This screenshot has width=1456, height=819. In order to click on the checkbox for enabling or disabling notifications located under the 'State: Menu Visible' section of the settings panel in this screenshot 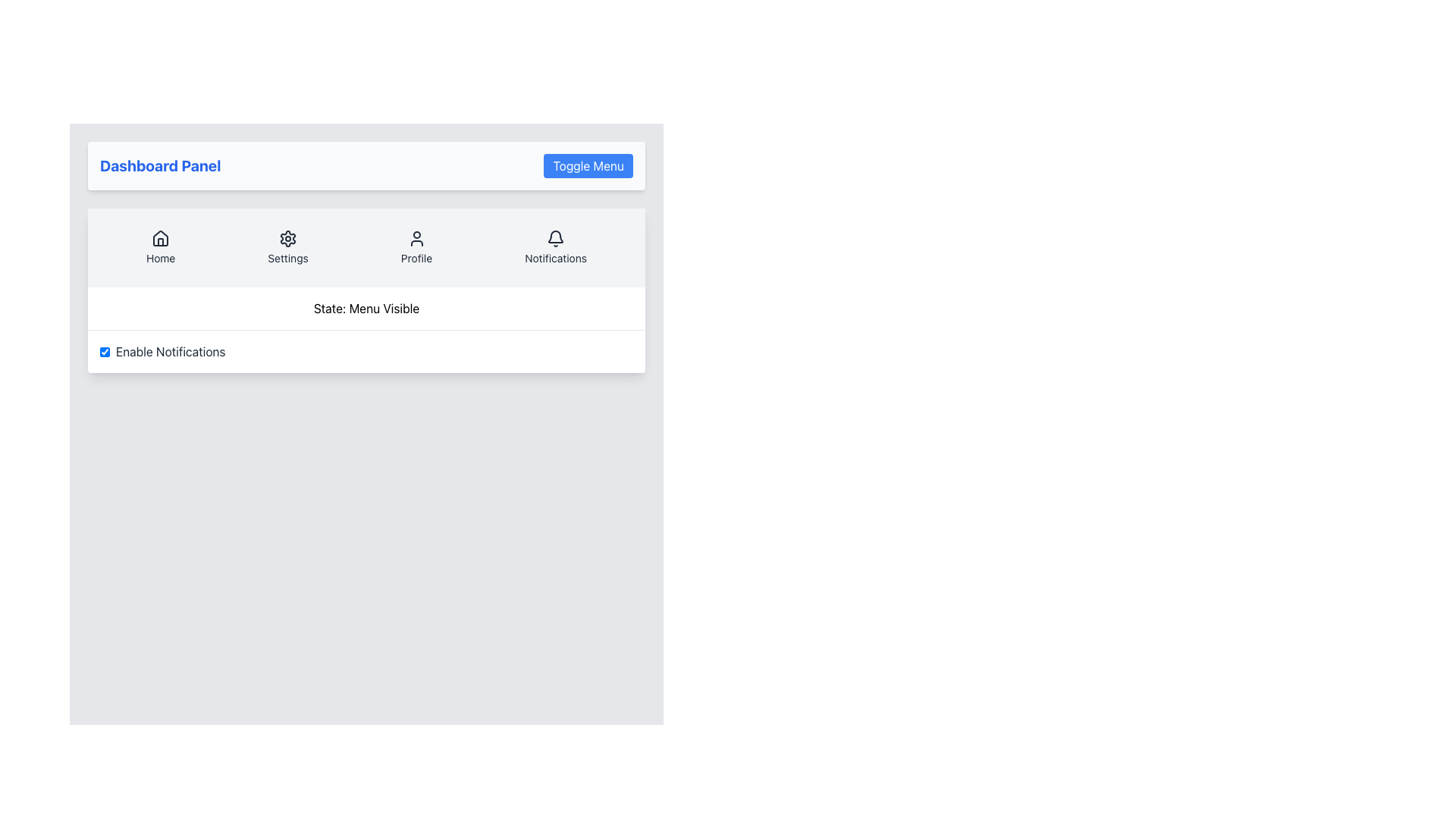, I will do `click(366, 351)`.